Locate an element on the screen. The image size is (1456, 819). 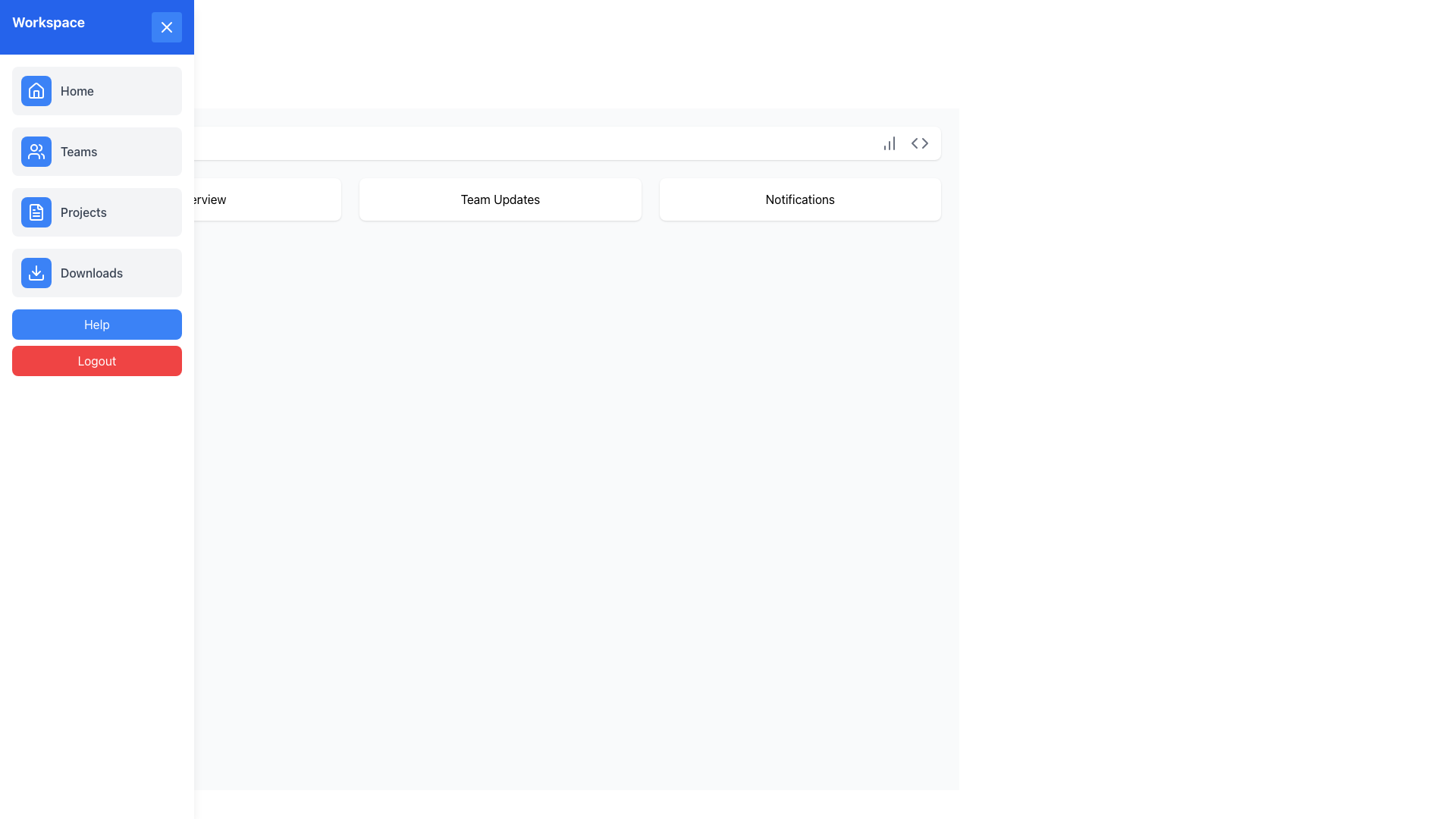
the document icon in the sidebar for keyboard navigation by moving the cursor to its center point is located at coordinates (36, 212).